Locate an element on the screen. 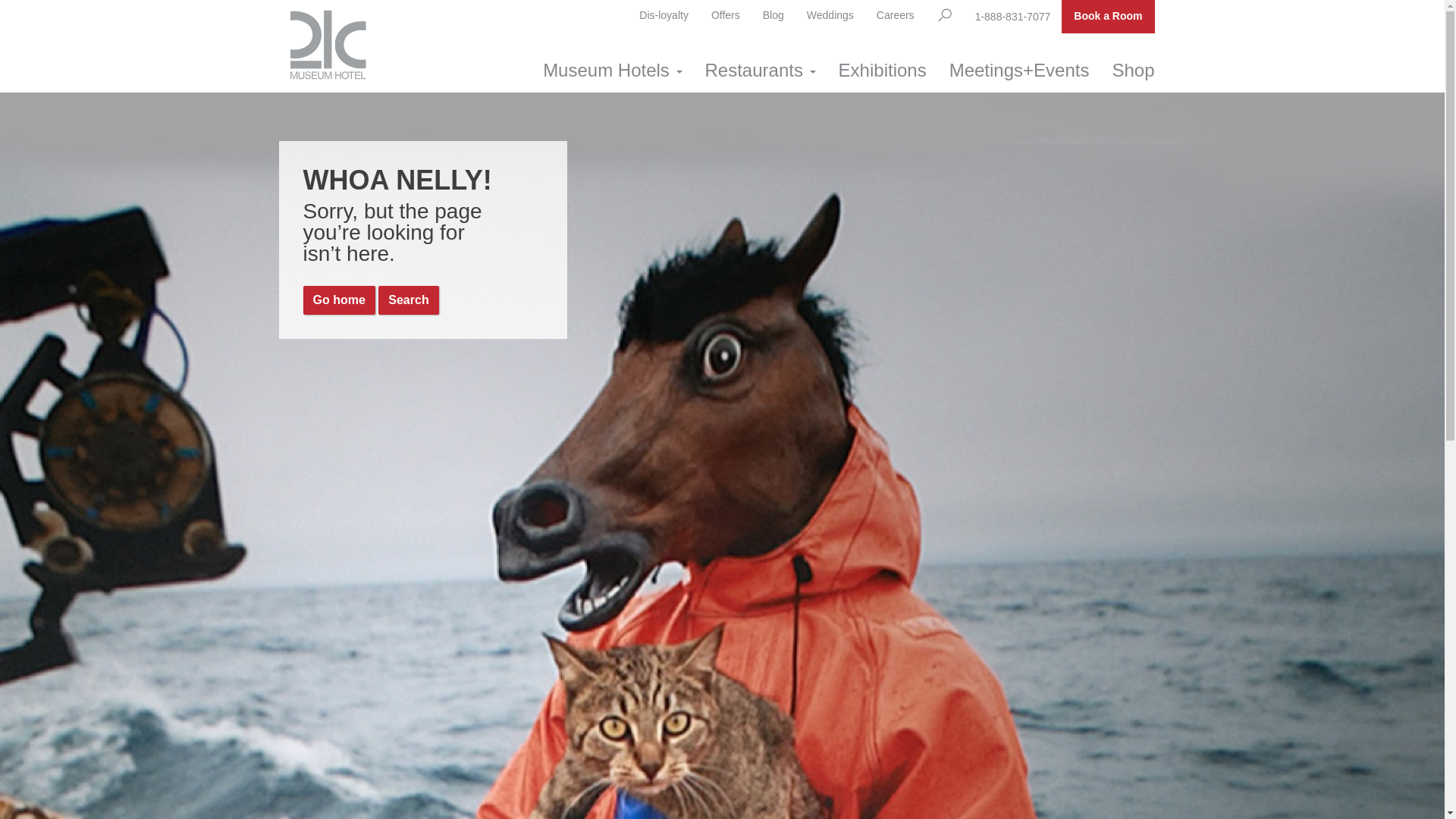 The image size is (1456, 819). 'Shop' is located at coordinates (1132, 70).